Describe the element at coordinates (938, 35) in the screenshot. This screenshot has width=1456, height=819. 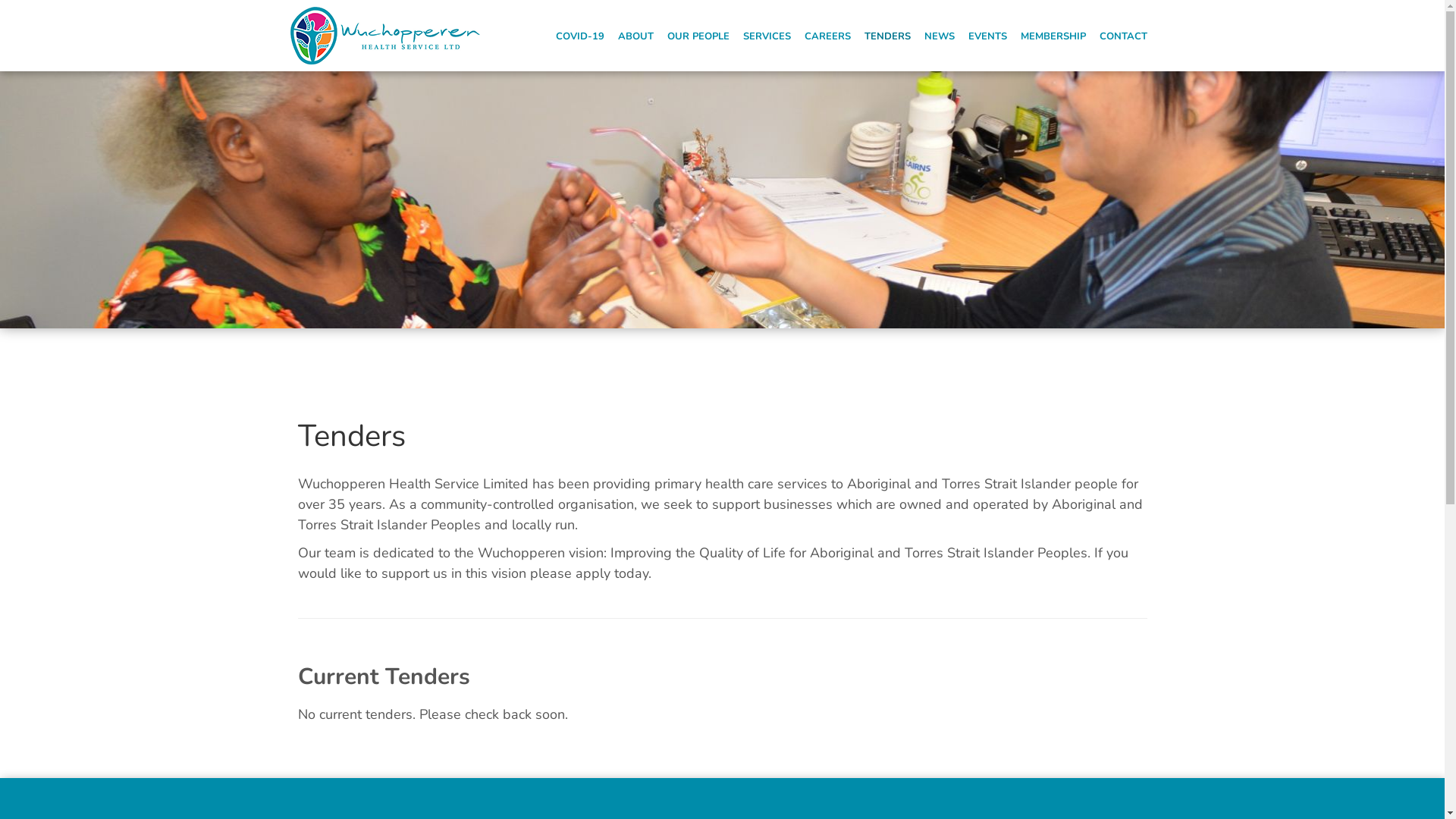
I see `'NEWS'` at that location.